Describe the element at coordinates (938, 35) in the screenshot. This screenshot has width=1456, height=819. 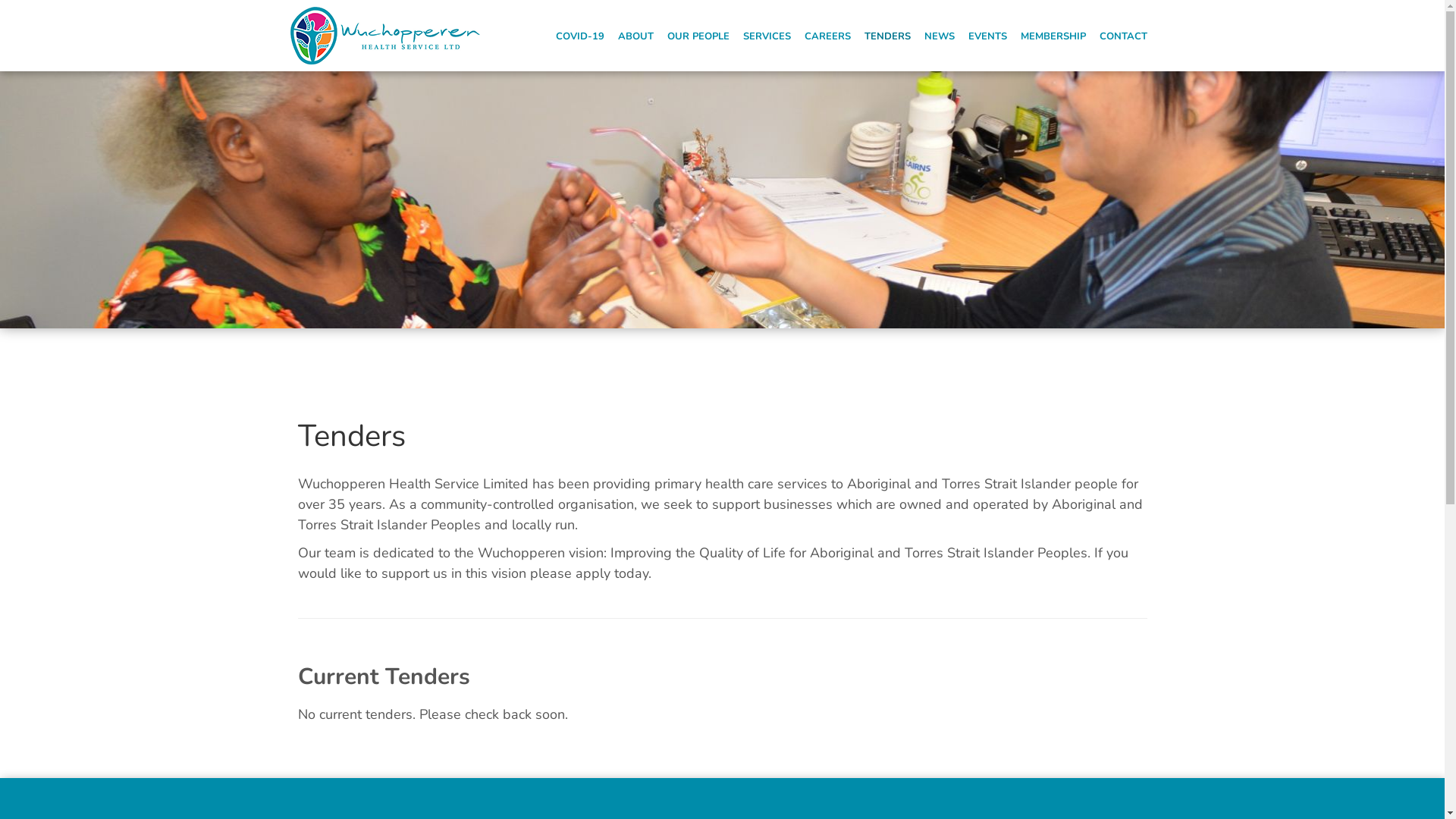
I see `'NEWS'` at that location.